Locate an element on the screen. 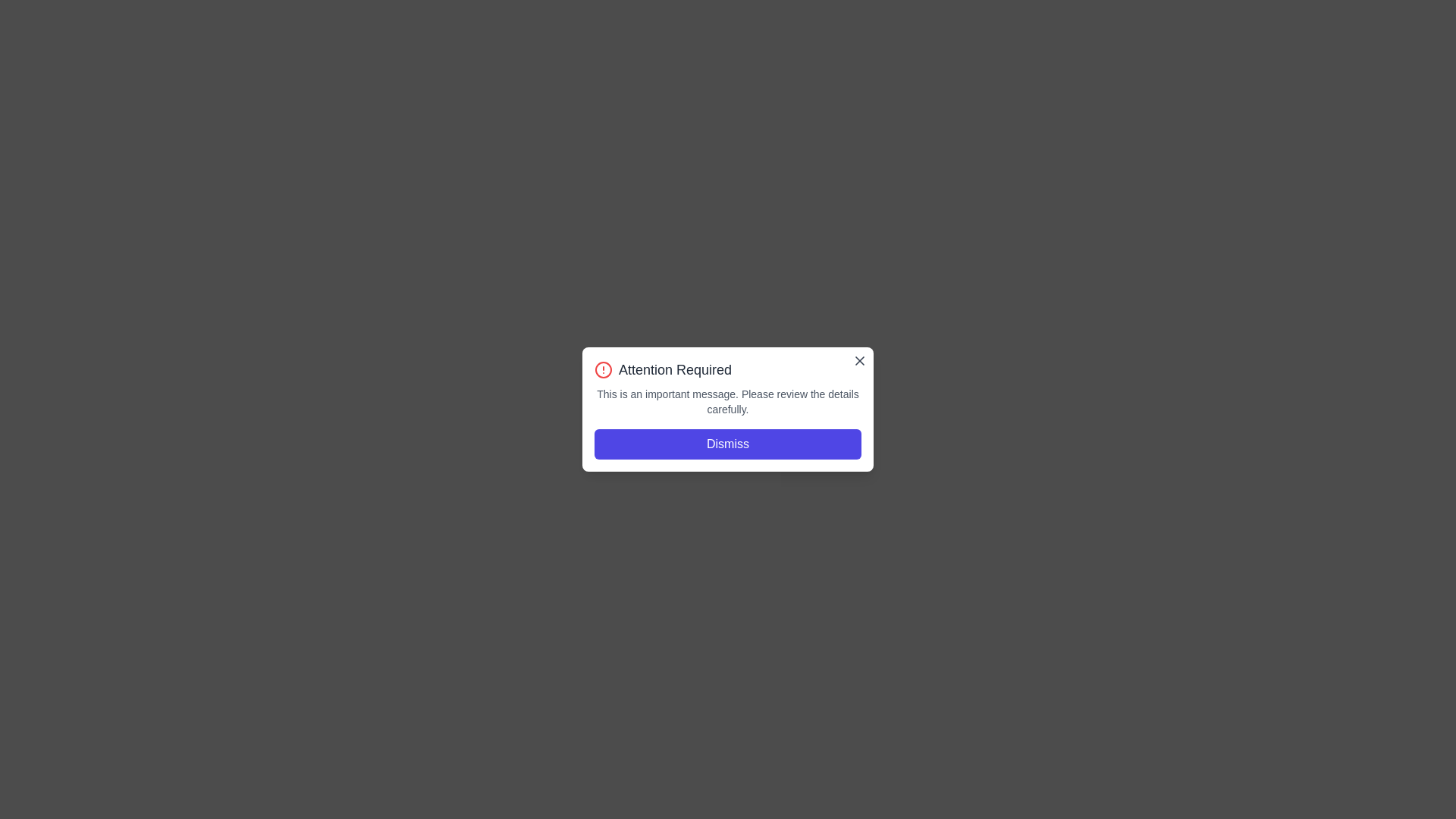 This screenshot has height=819, width=1456. the tilted cross icon located in the top-right corner of the 'Attention Required' dialog box is located at coordinates (859, 360).